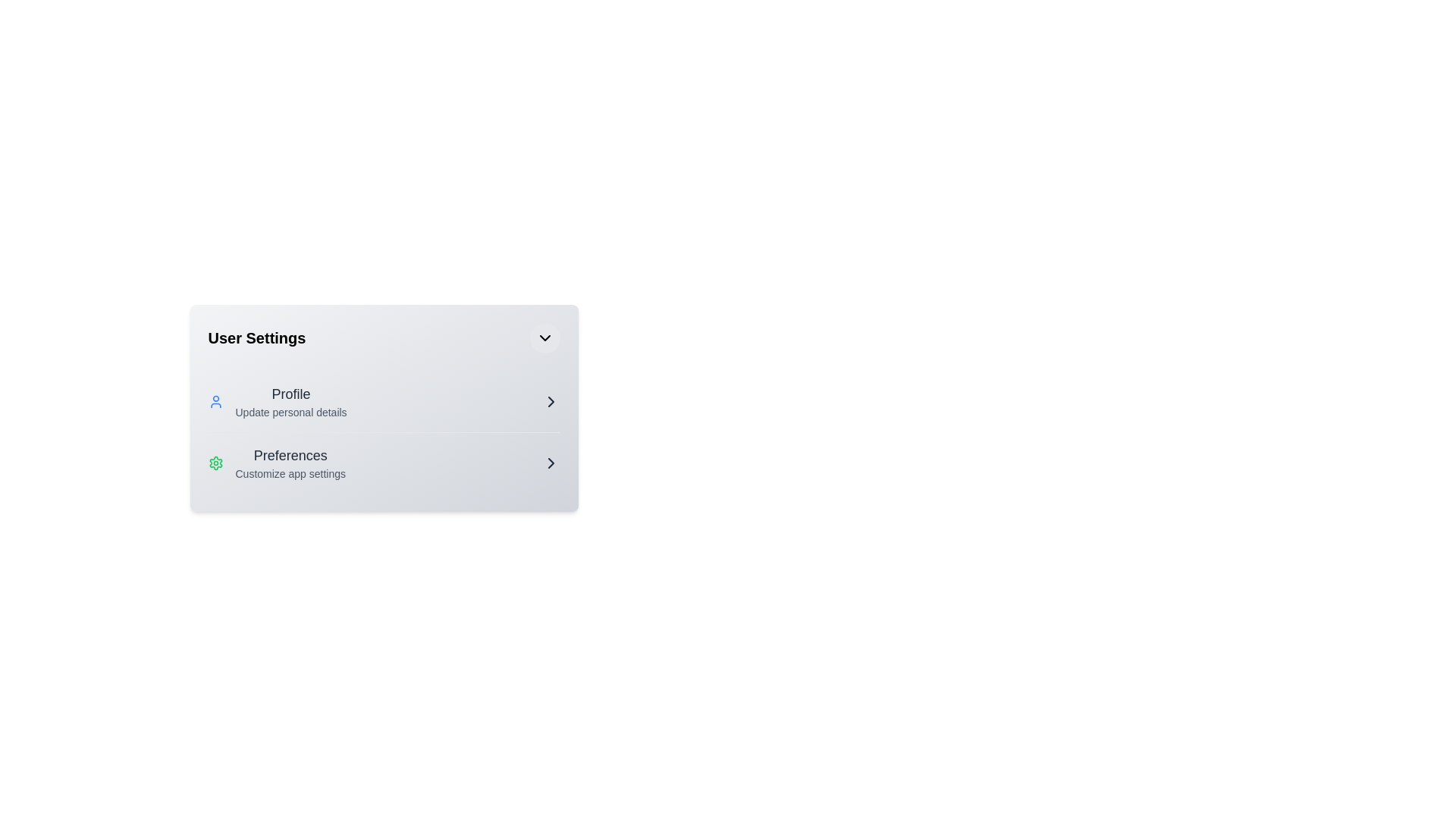  Describe the element at coordinates (278, 400) in the screenshot. I see `the 'Profile' interactive item in the User Settings menu, which includes a blue user profile icon and the text 'Profile' with a description underneath` at that location.